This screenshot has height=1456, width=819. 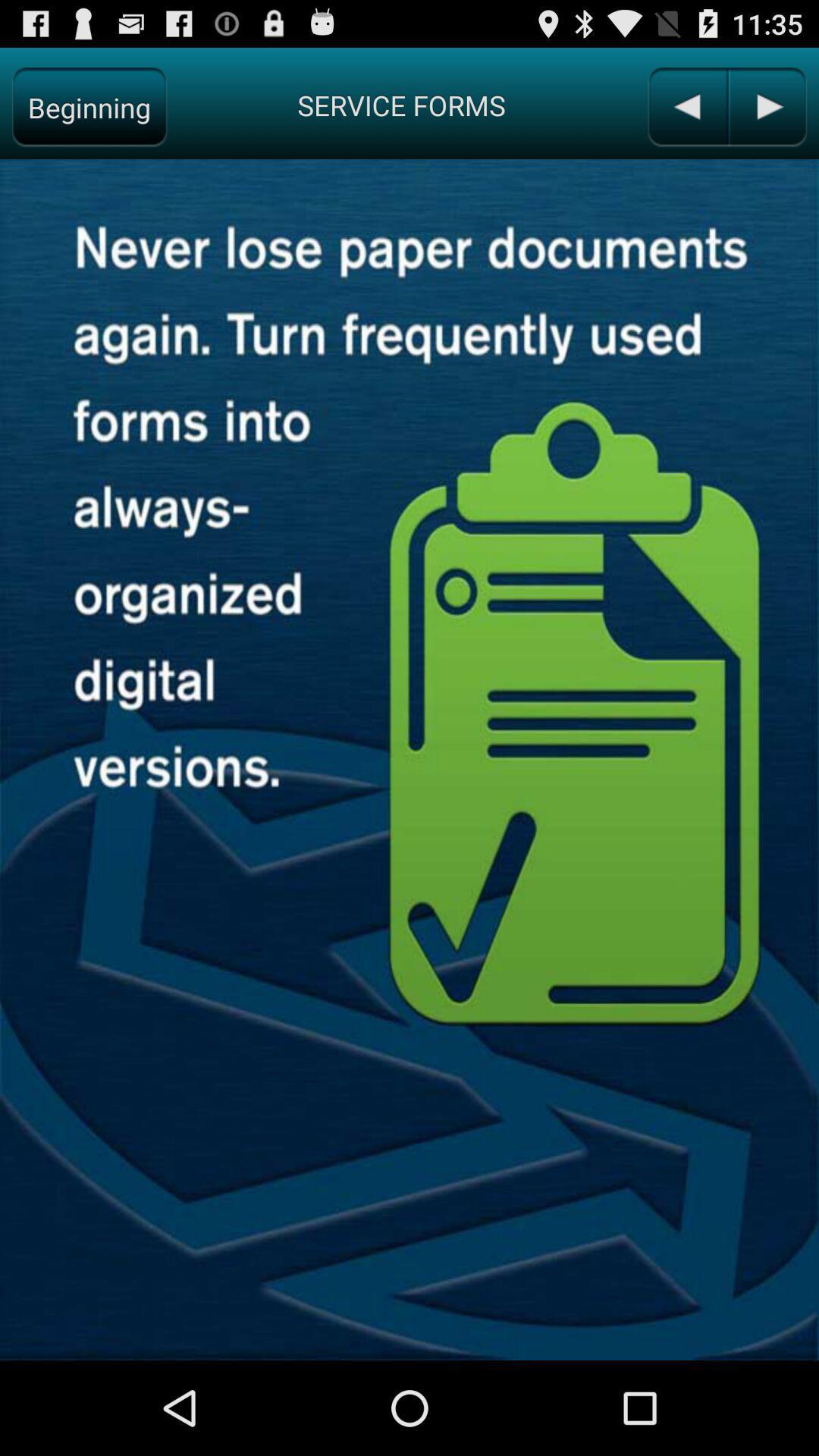 What do you see at coordinates (687, 106) in the screenshot?
I see `previous page` at bounding box center [687, 106].